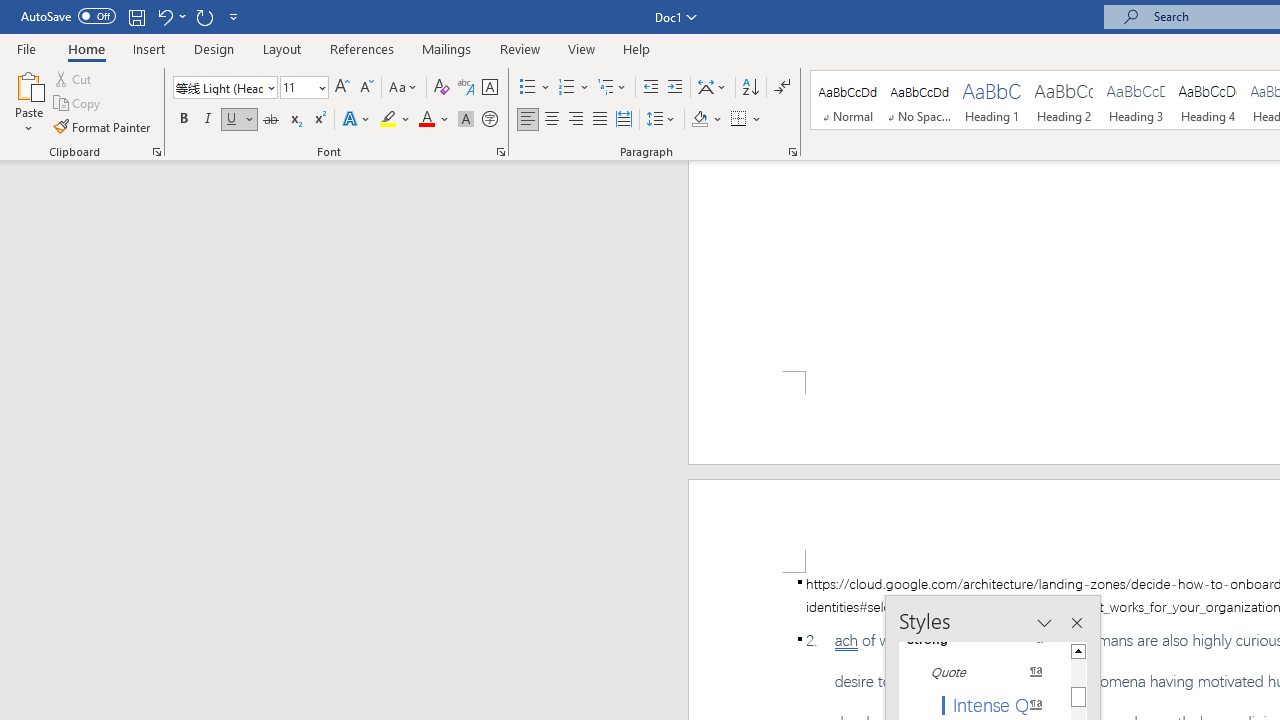 This screenshot has width=1280, height=720. I want to click on 'Superscript', so click(318, 119).